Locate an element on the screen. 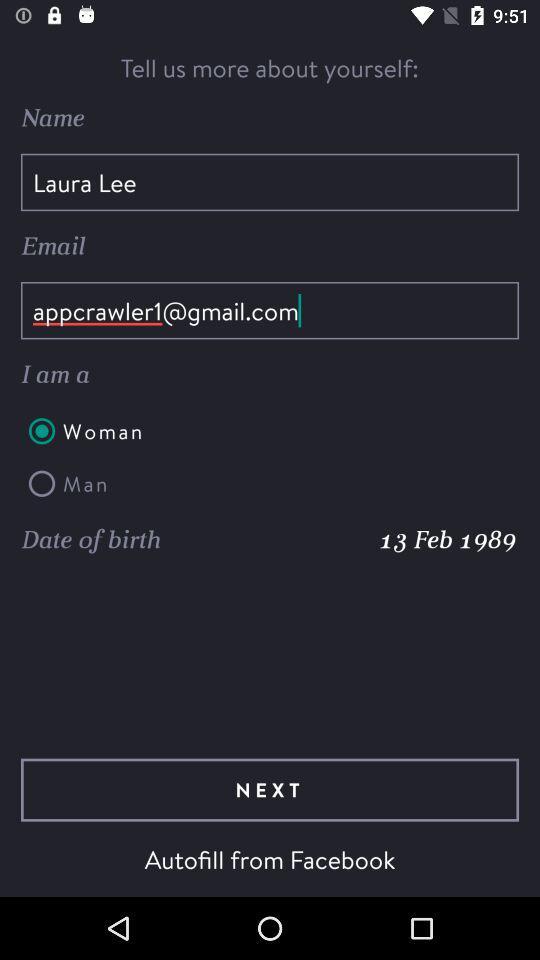  item above autofill from facebook icon is located at coordinates (270, 790).